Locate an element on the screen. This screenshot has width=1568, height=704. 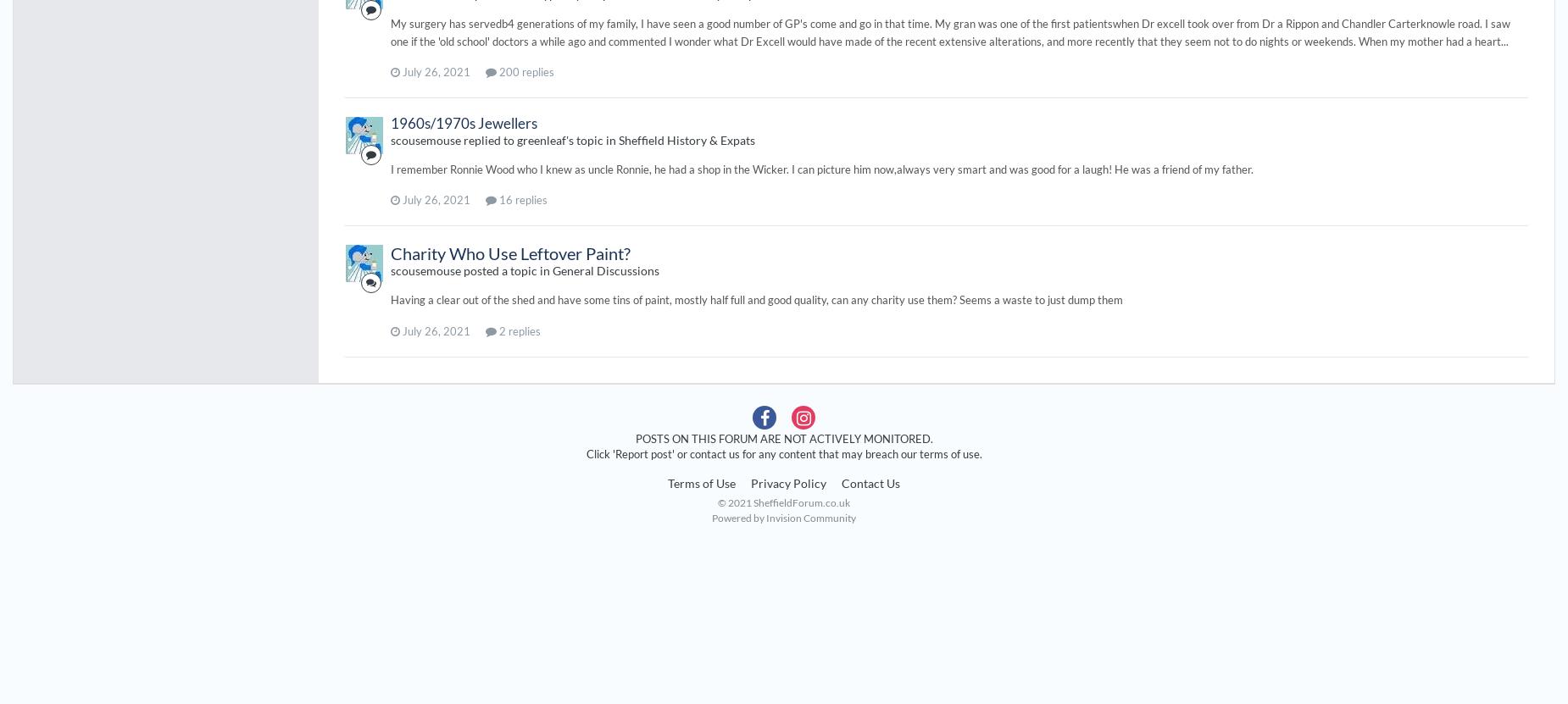
'Contact Us' is located at coordinates (841, 482).